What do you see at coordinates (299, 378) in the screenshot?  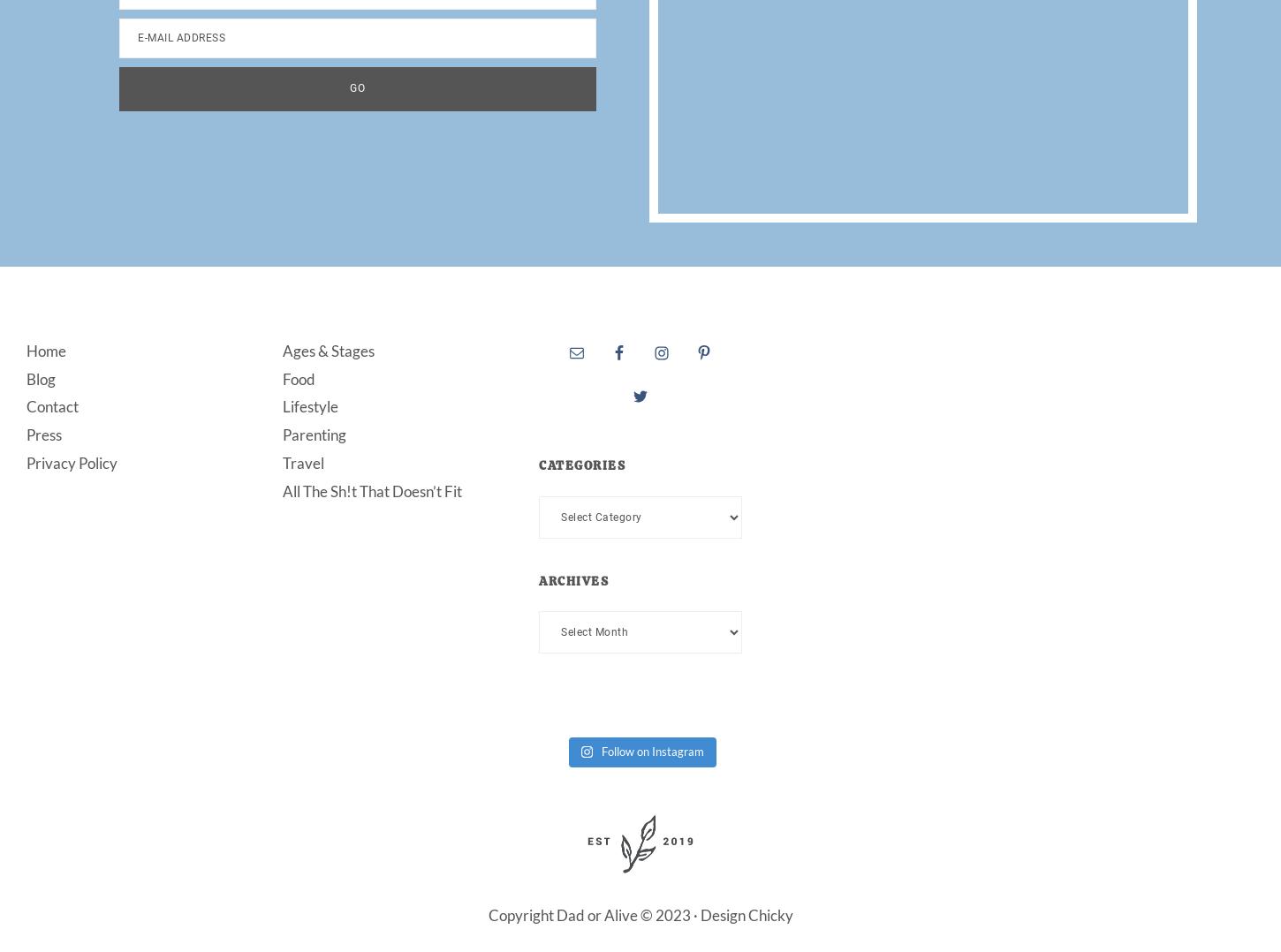 I see `'Food'` at bounding box center [299, 378].